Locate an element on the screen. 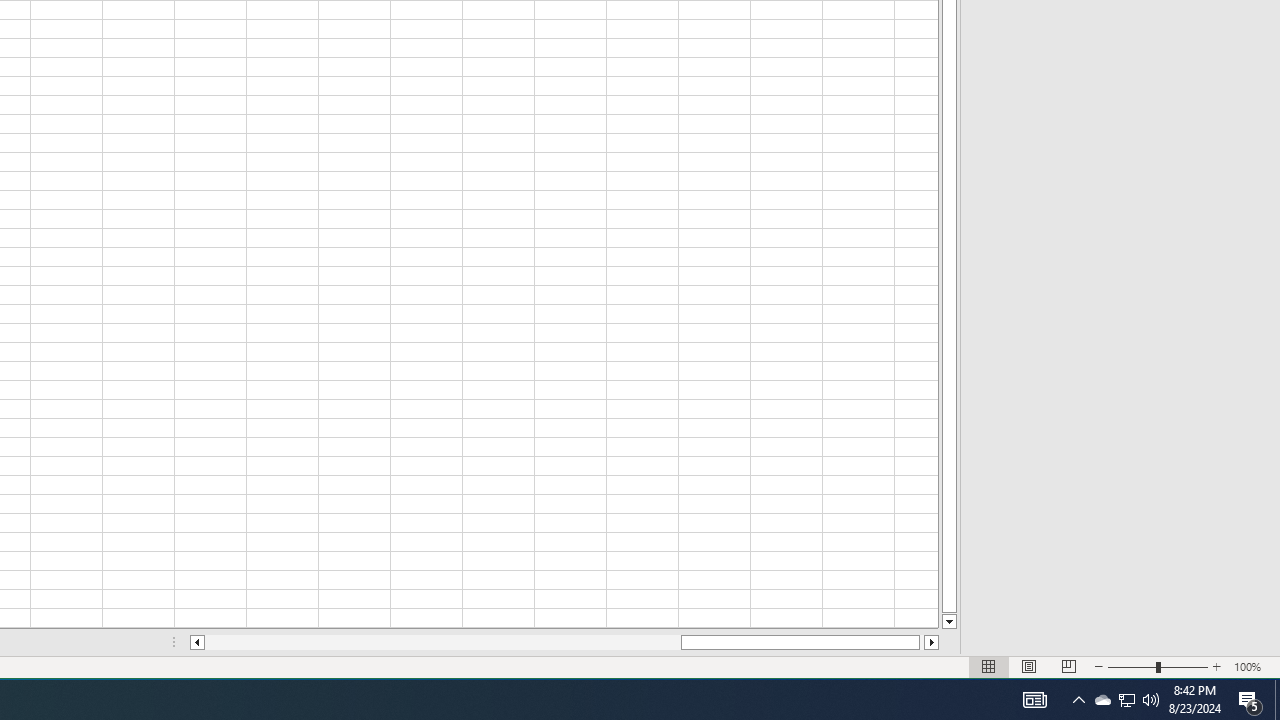  'AutomationID: 4105' is located at coordinates (1034, 698).